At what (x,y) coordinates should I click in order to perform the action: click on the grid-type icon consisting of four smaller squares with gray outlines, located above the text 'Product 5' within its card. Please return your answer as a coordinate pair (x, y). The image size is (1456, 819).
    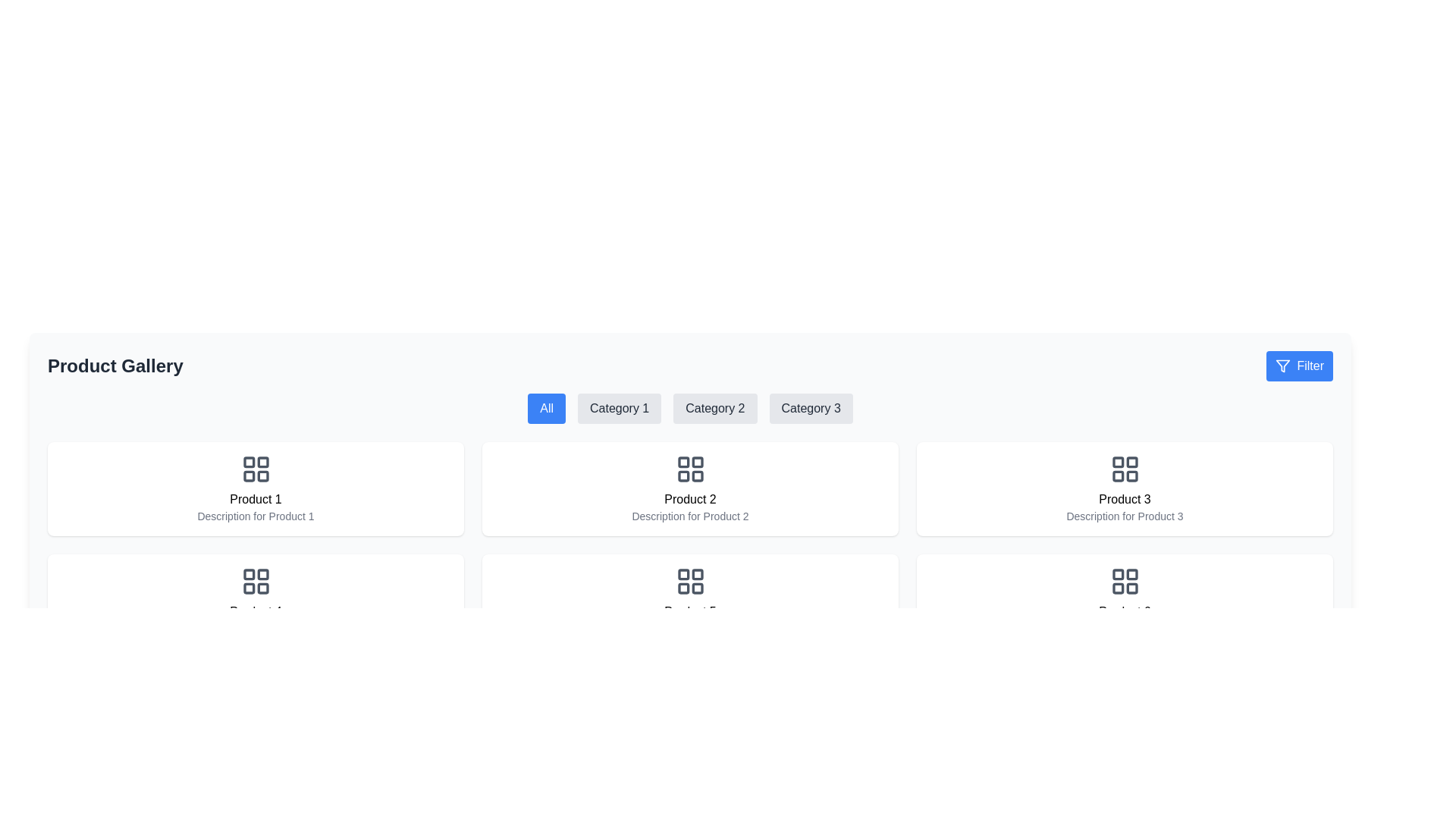
    Looking at the image, I should click on (689, 581).